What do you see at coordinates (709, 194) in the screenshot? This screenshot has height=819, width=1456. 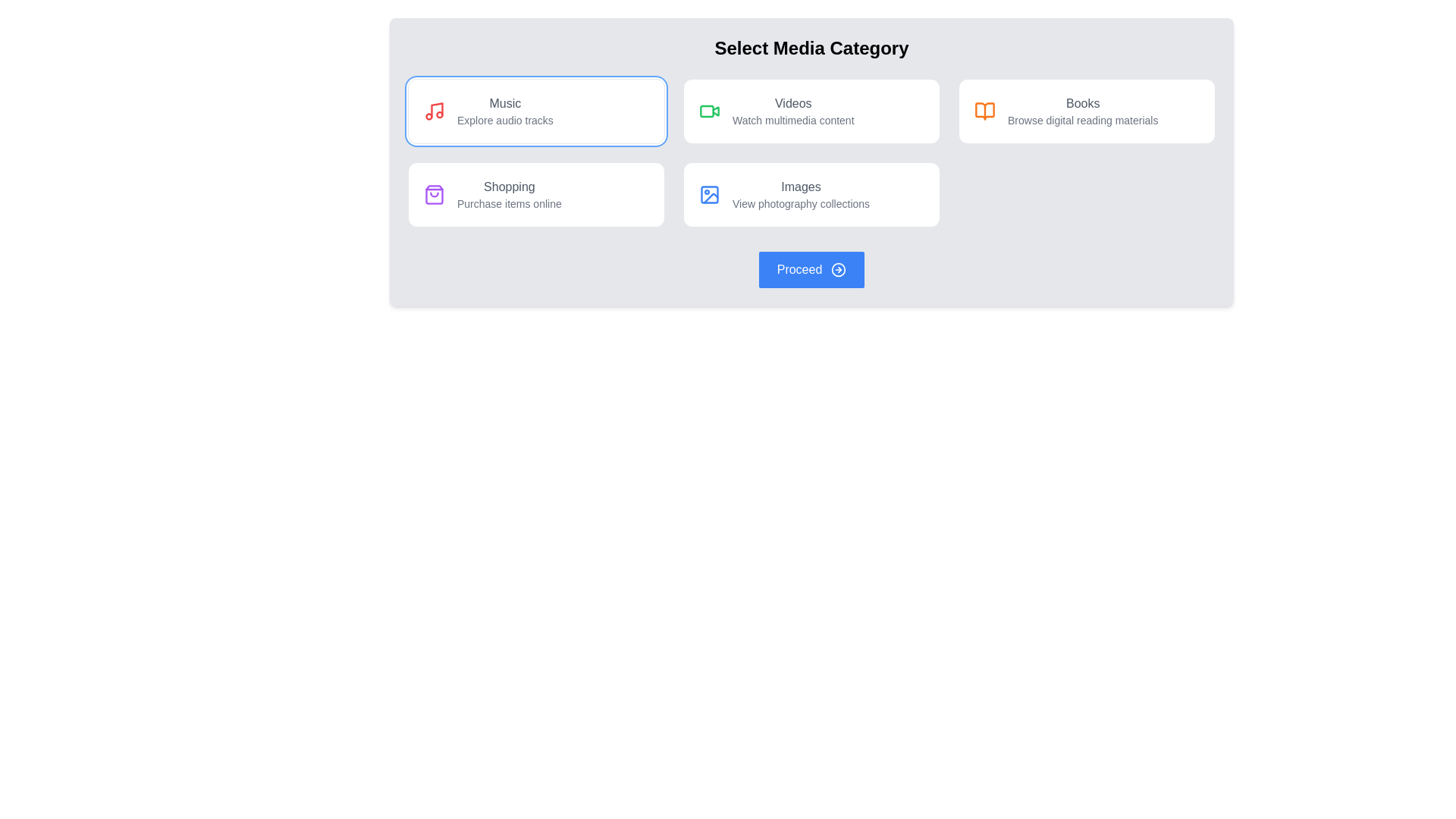 I see `the leftmost icon representing the 'Images' category in the bottom row of the media category selection grid` at bounding box center [709, 194].